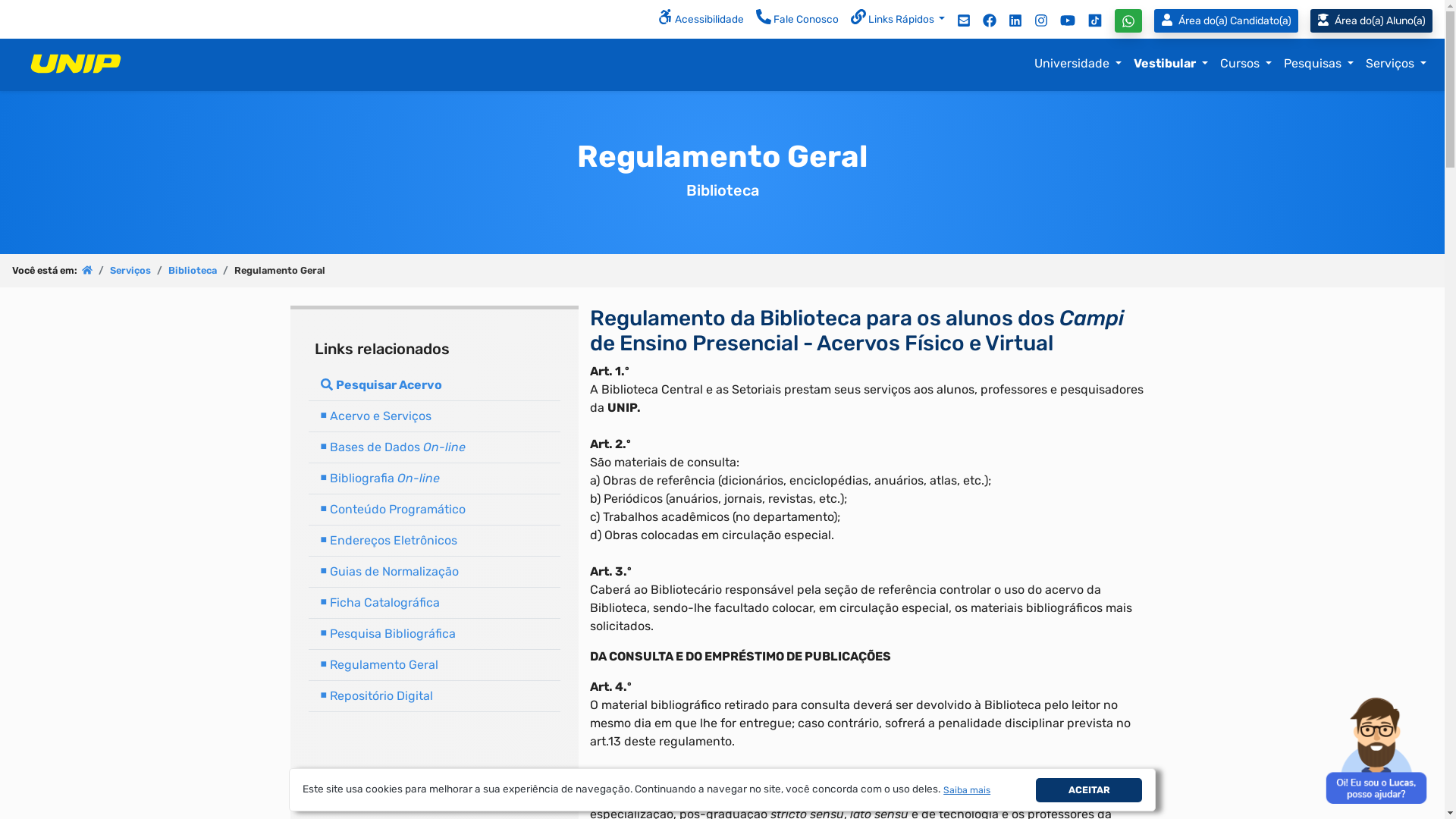 The width and height of the screenshot is (1456, 819). I want to click on 'Saiba mais', so click(966, 789).